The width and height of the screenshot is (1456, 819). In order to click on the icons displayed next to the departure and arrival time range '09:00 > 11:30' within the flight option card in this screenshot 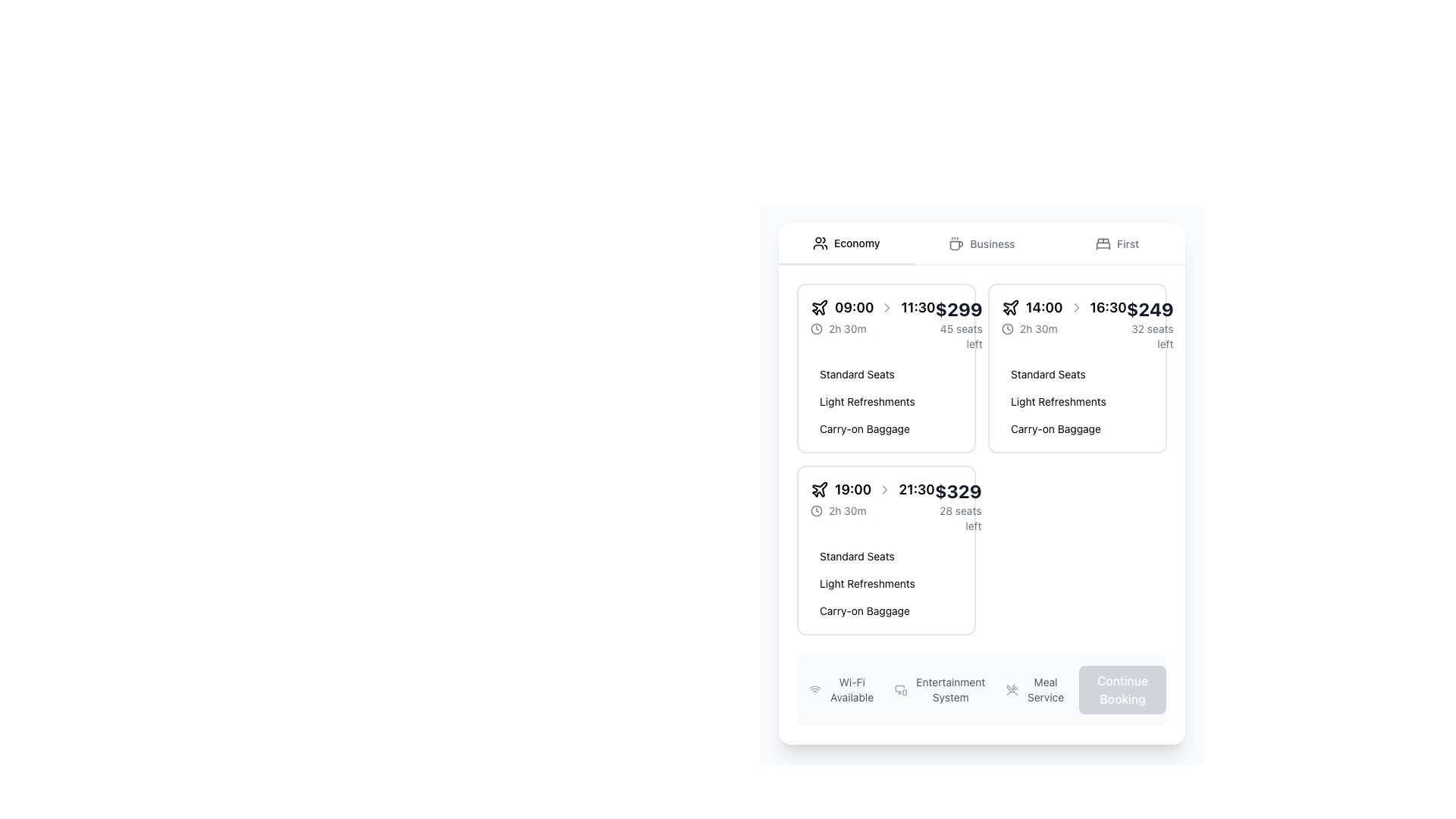, I will do `click(873, 315)`.